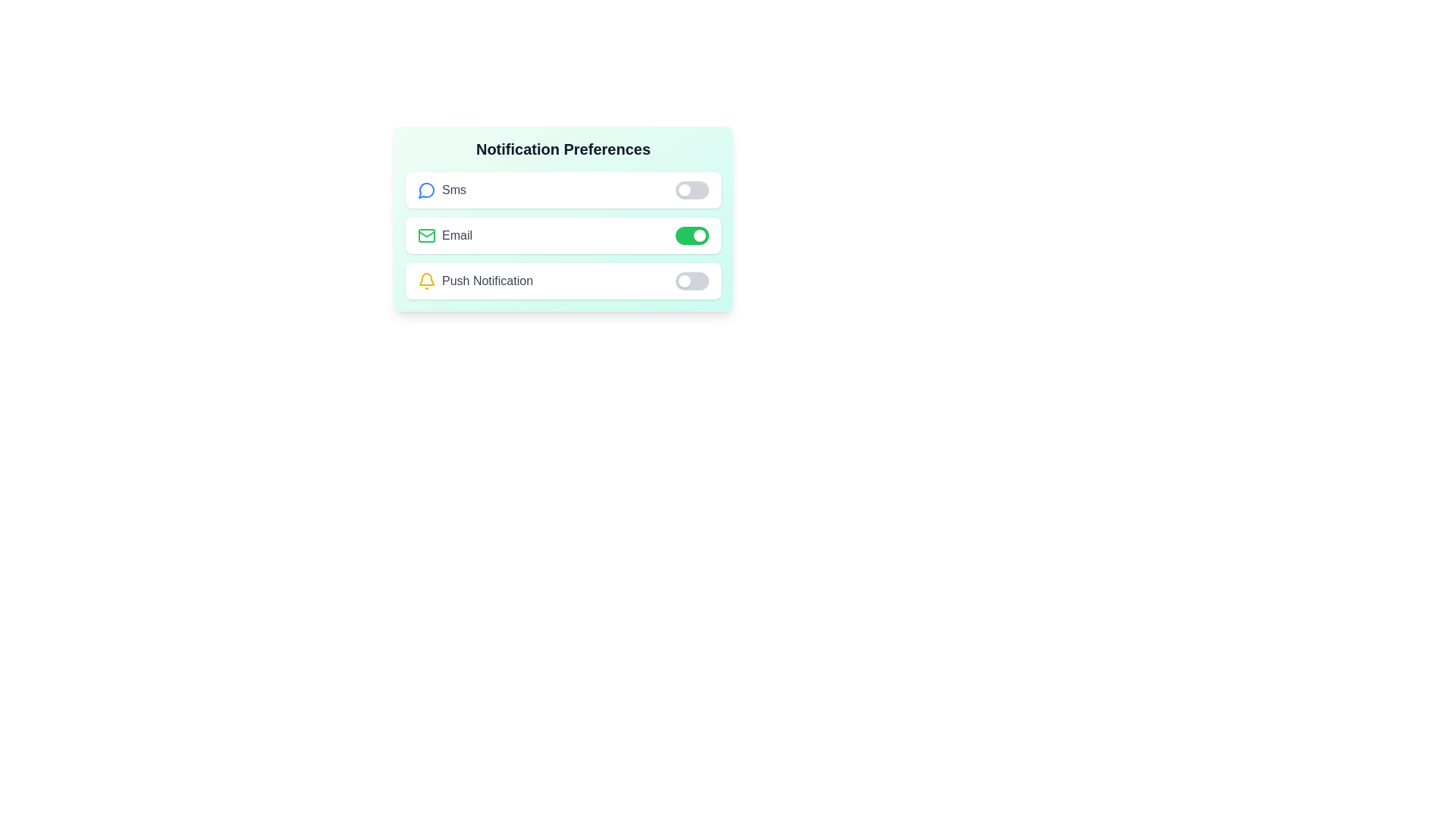 This screenshot has height=819, width=1456. Describe the element at coordinates (683, 189) in the screenshot. I see `the toggle switch handle` at that location.